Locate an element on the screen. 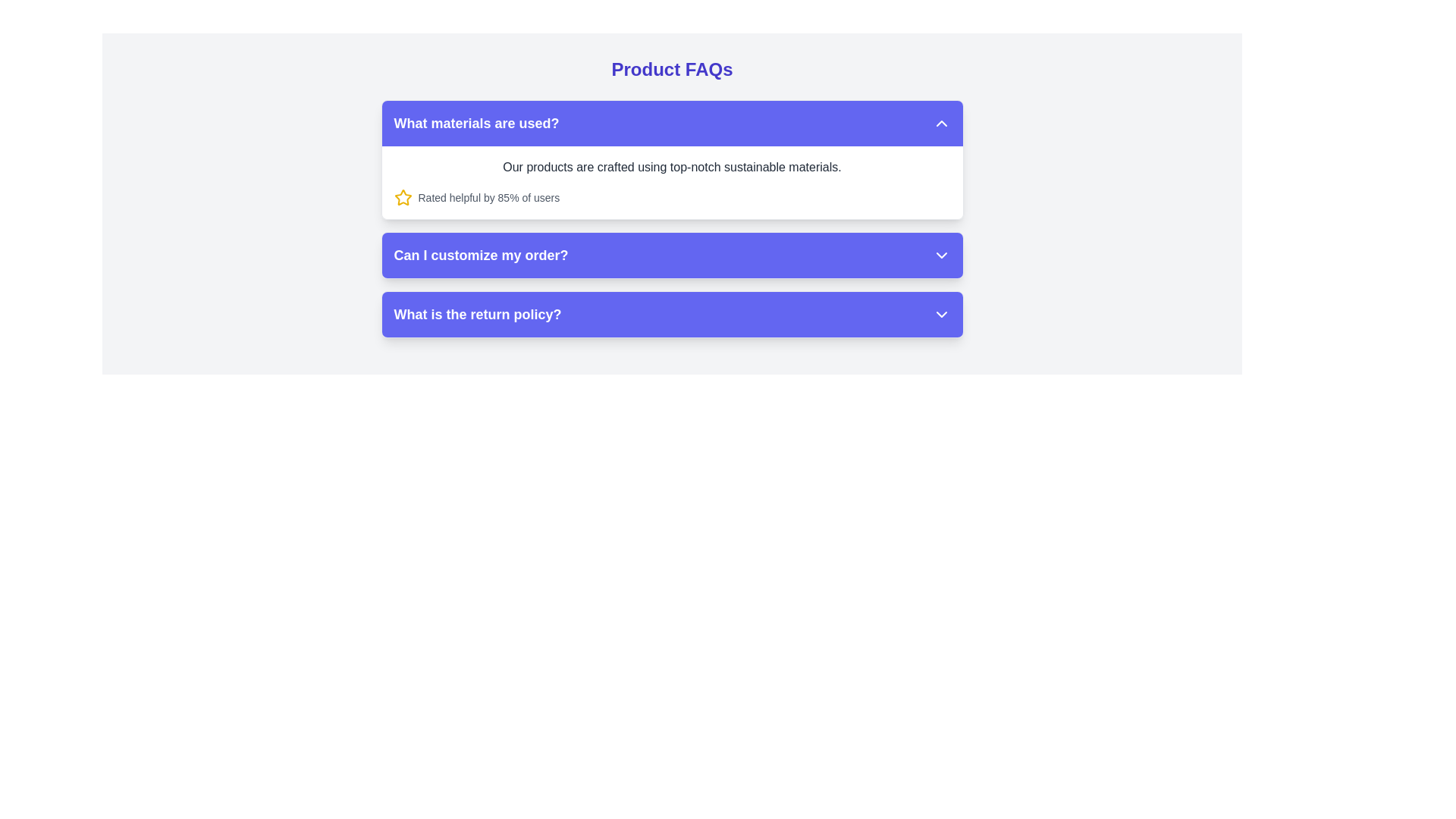 This screenshot has width=1456, height=819. text label displaying 'What materials are used?' which is a bold, medium-sized white font on a blue background, located near the top-left area of the FAQ section is located at coordinates (475, 122).